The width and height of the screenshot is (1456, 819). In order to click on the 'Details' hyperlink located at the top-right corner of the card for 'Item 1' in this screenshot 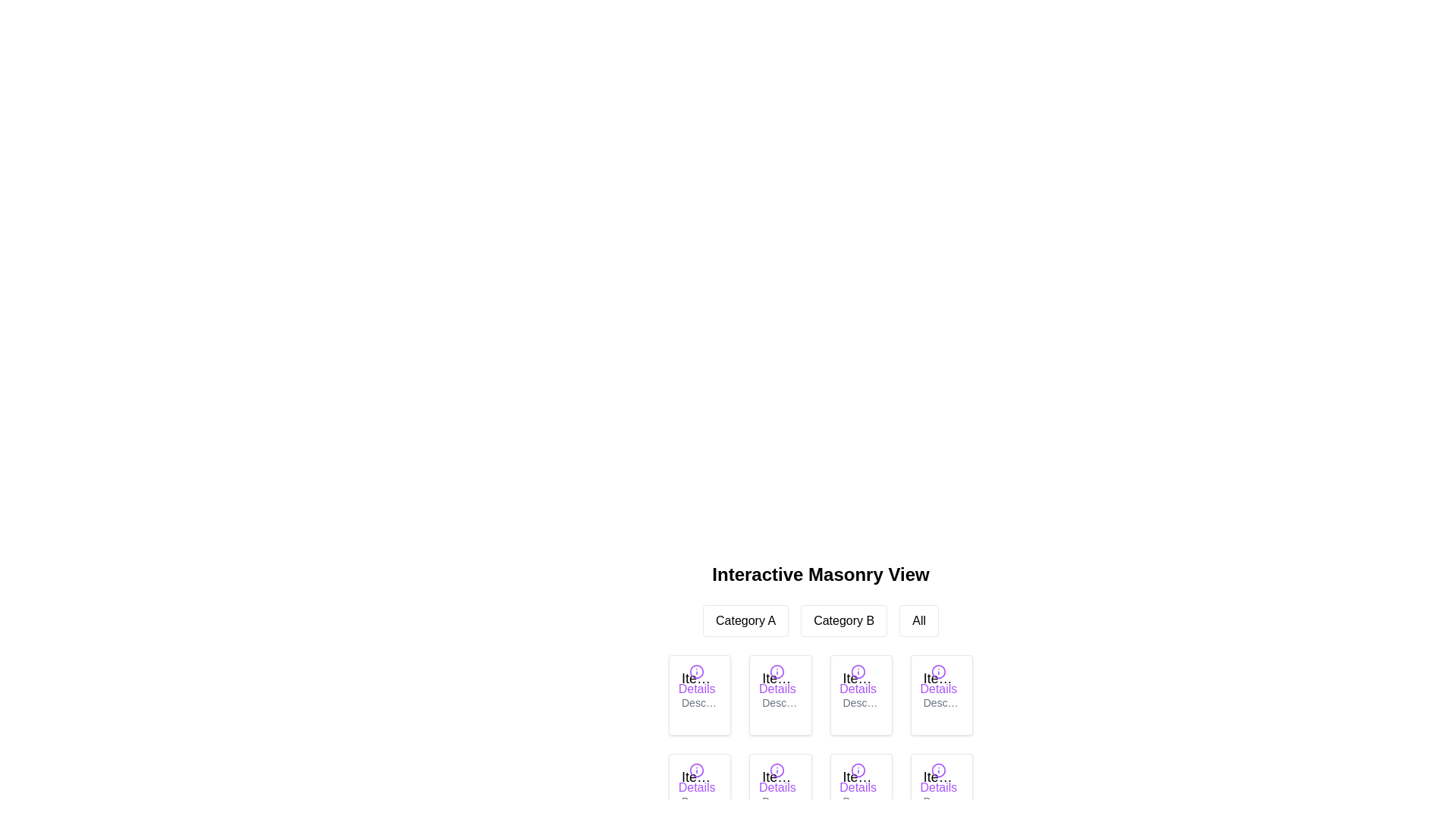, I will do `click(696, 679)`.